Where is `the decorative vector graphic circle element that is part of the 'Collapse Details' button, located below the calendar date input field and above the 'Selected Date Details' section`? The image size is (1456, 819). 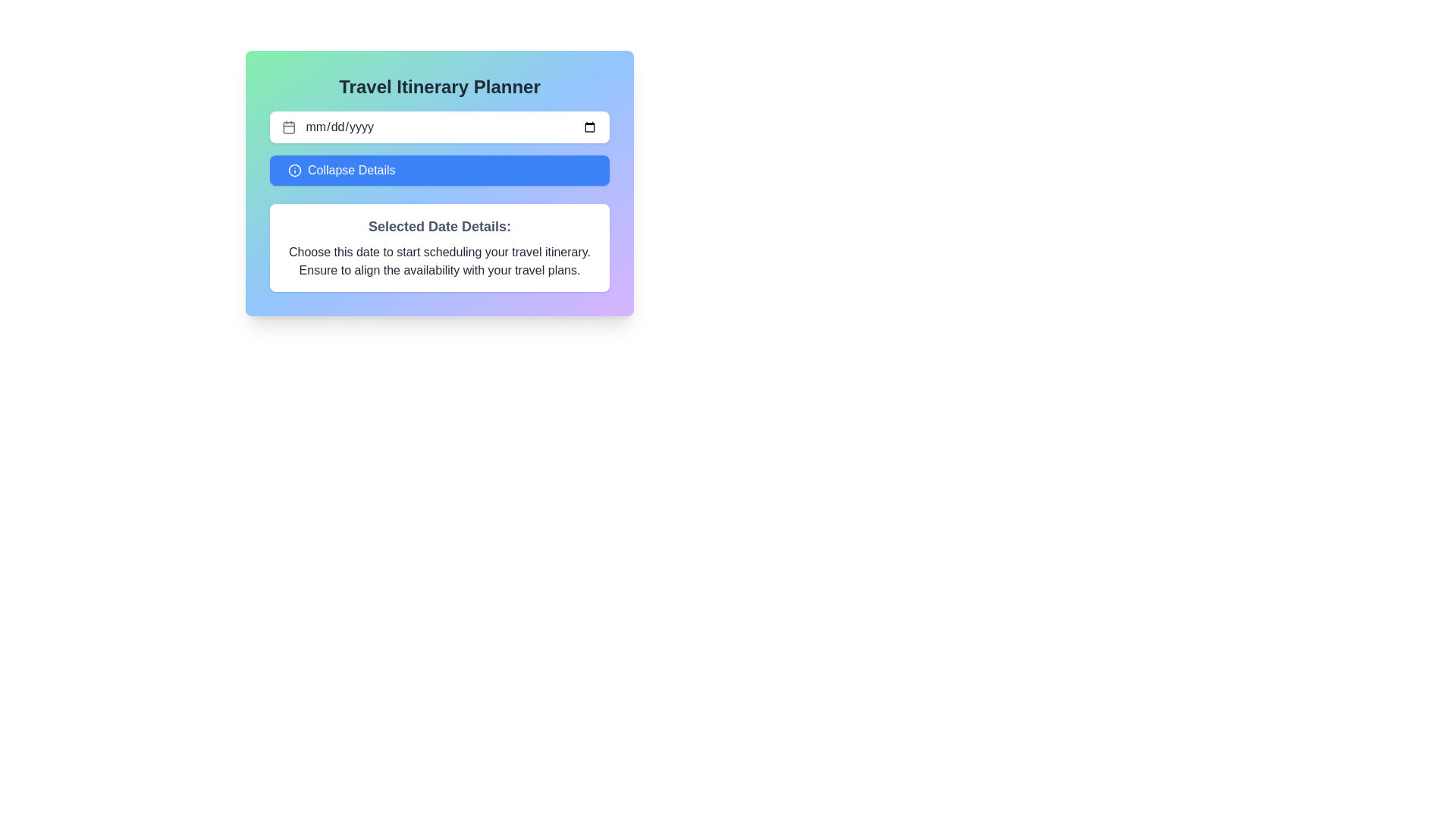 the decorative vector graphic circle element that is part of the 'Collapse Details' button, located below the calendar date input field and above the 'Selected Date Details' section is located at coordinates (294, 170).